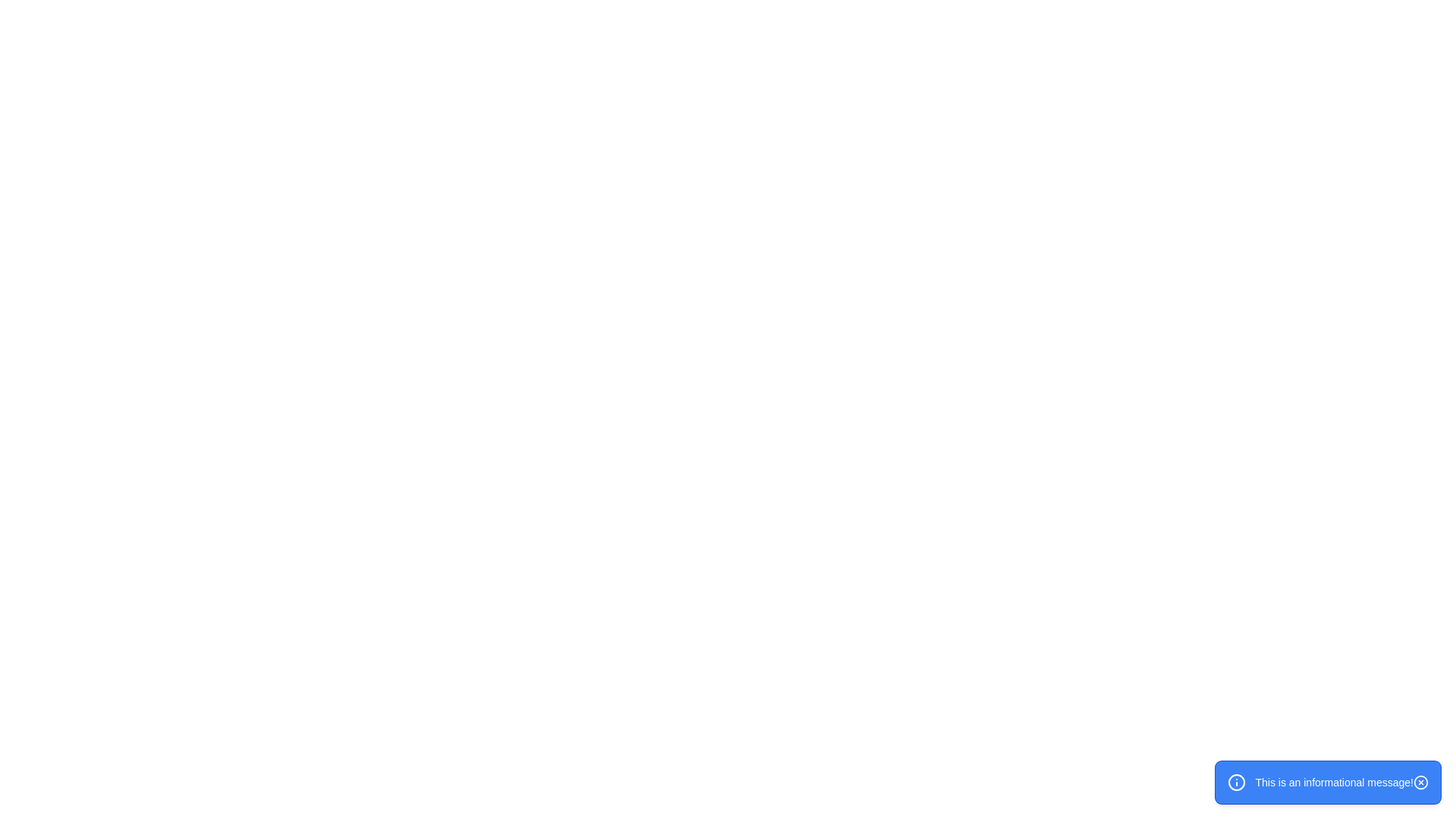  Describe the element at coordinates (1237, 783) in the screenshot. I see `the icon representing the message type located at its center coordinates` at that location.